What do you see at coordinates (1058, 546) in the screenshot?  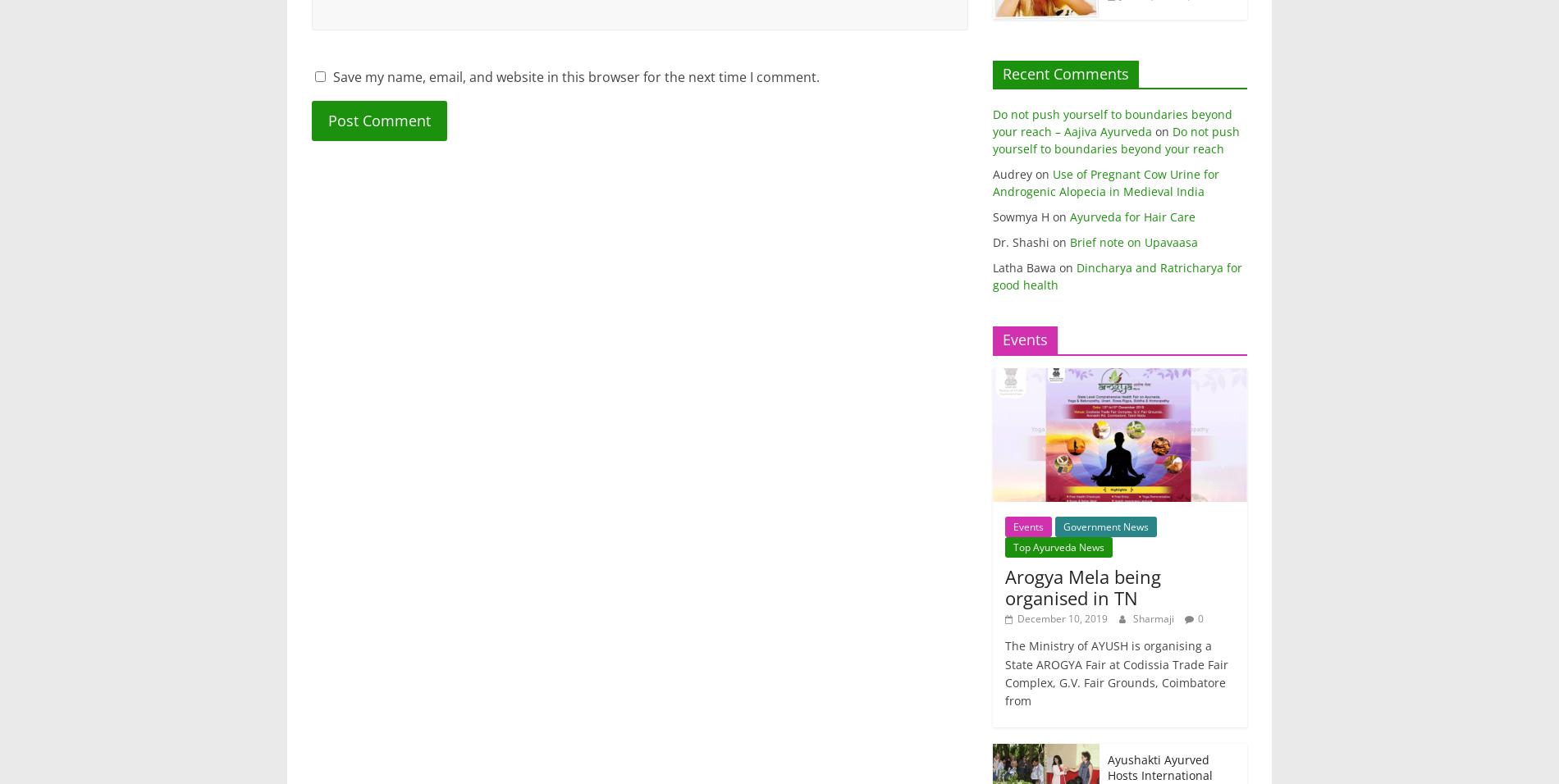 I see `'Top Ayurveda News'` at bounding box center [1058, 546].